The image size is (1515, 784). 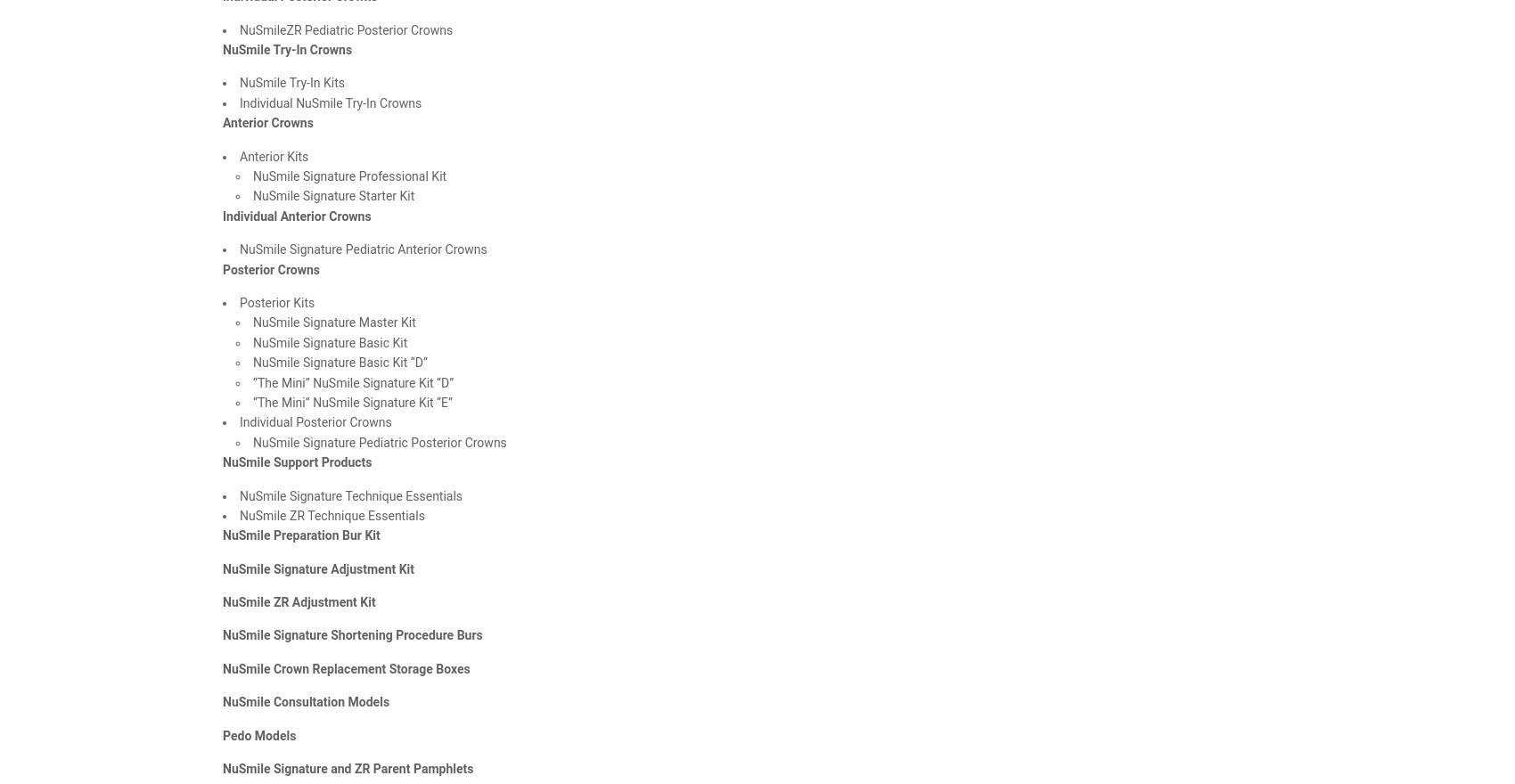 What do you see at coordinates (351, 634) in the screenshot?
I see `'NuSmile Signature Shortening Procedure Burs'` at bounding box center [351, 634].